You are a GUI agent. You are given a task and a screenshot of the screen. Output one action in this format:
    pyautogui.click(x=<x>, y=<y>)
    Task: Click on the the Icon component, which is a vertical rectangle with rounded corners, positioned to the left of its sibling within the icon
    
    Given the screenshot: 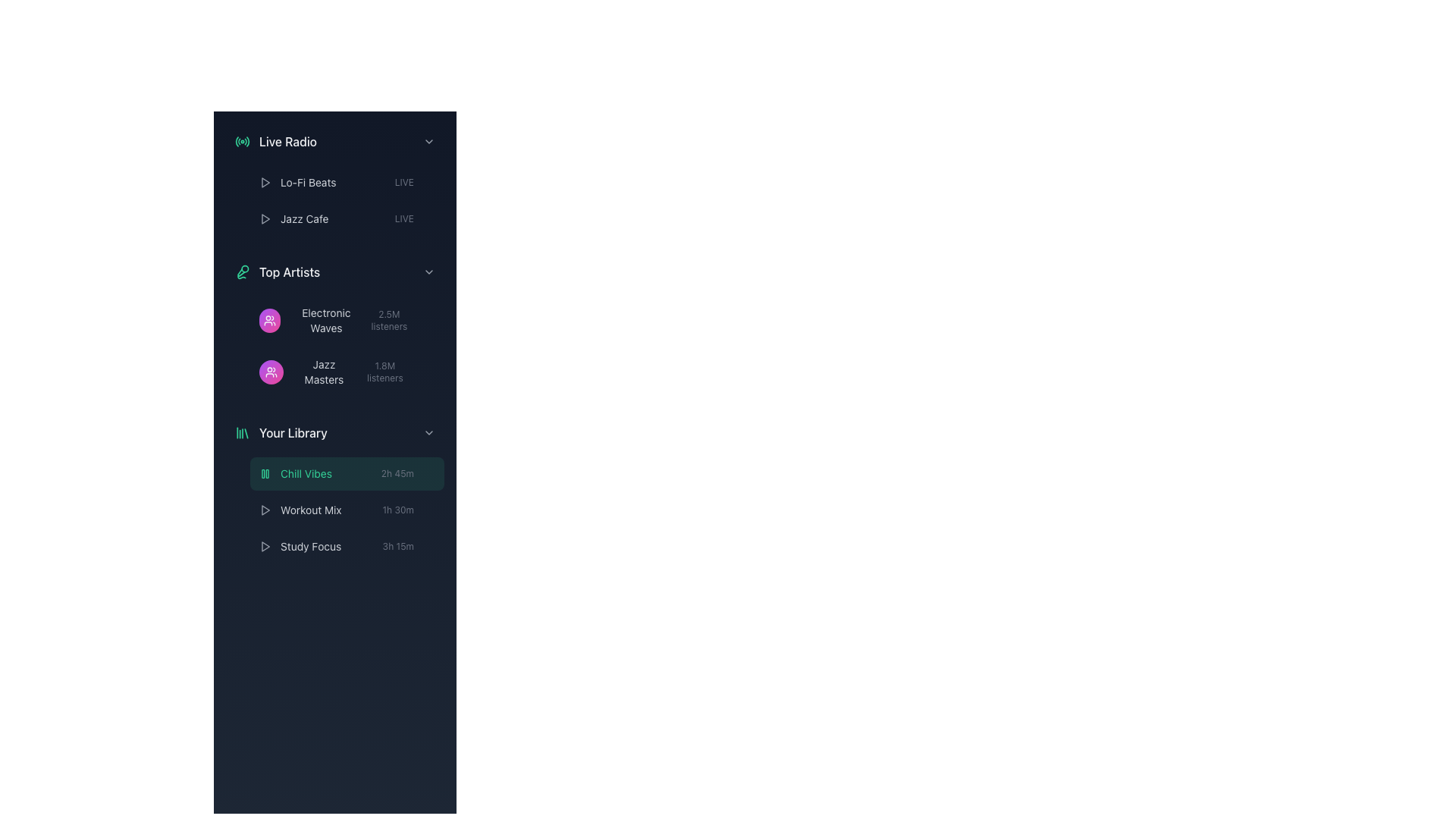 What is the action you would take?
    pyautogui.click(x=263, y=472)
    